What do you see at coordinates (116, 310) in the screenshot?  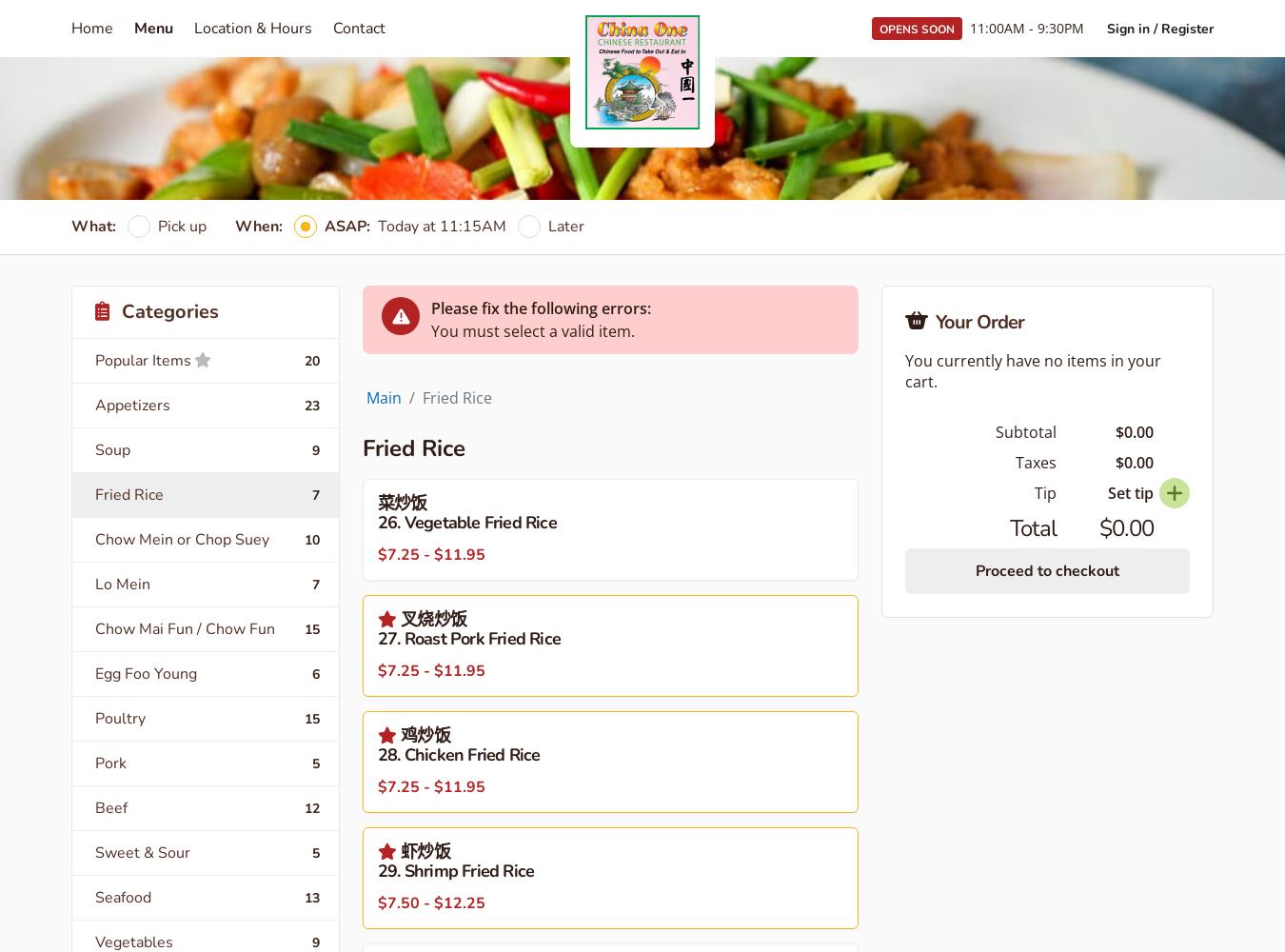 I see `'Categories'` at bounding box center [116, 310].